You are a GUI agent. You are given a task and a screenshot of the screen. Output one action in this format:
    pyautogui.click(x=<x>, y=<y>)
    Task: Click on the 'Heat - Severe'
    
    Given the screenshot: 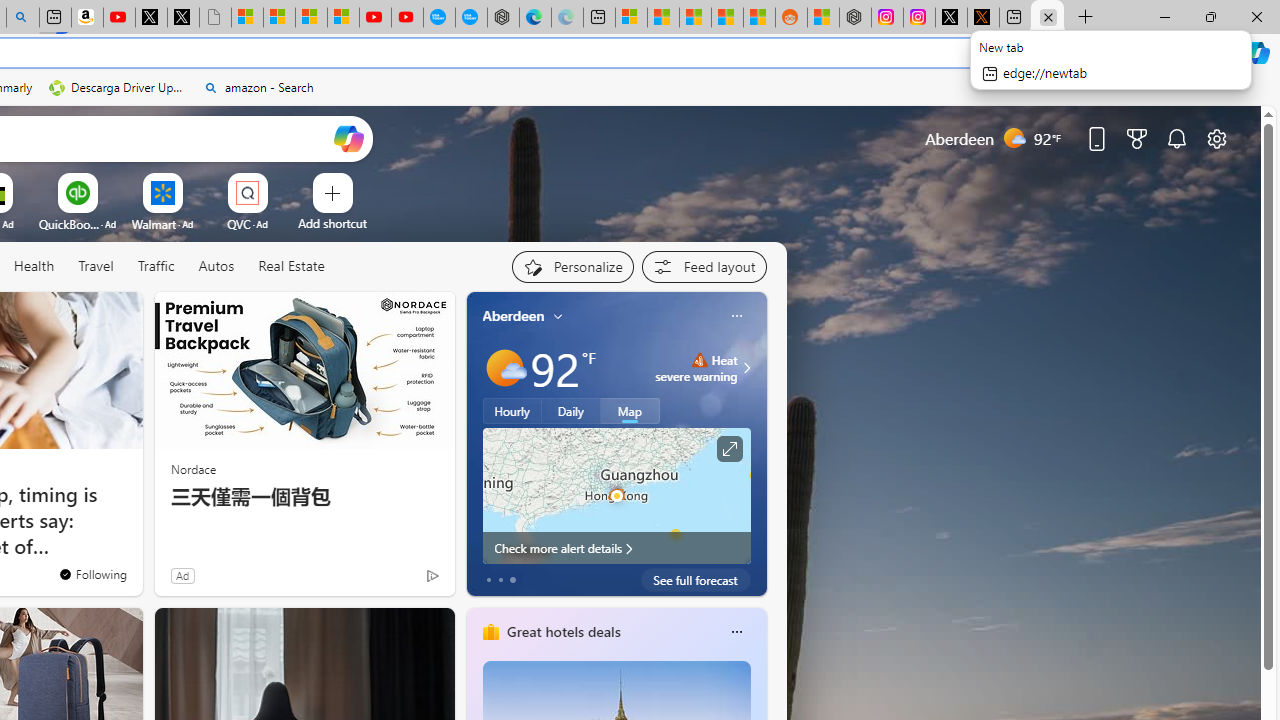 What is the action you would take?
    pyautogui.click(x=699, y=360)
    